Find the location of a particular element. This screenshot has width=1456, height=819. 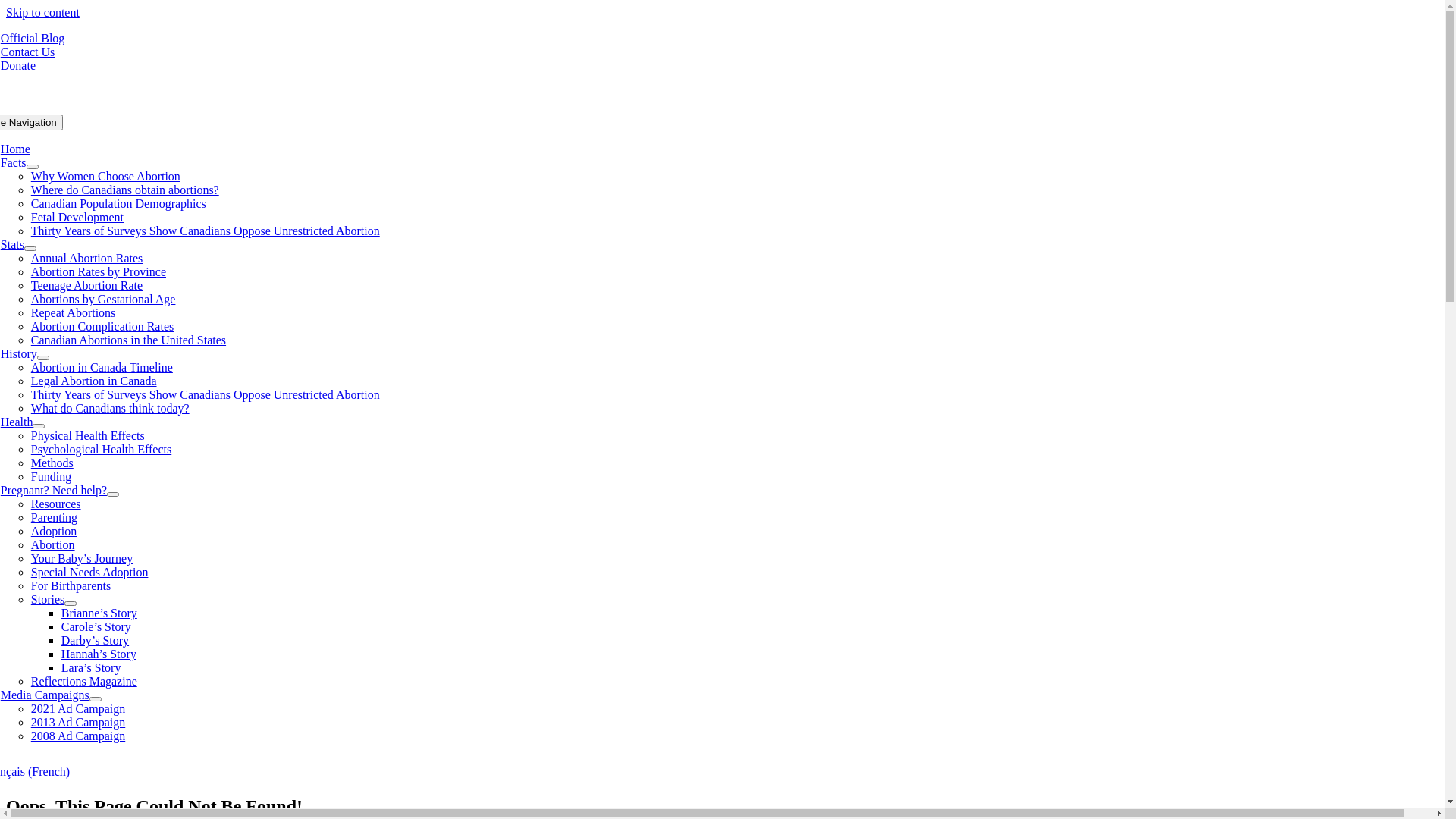

'2008 Ad Campaign' is located at coordinates (77, 735).